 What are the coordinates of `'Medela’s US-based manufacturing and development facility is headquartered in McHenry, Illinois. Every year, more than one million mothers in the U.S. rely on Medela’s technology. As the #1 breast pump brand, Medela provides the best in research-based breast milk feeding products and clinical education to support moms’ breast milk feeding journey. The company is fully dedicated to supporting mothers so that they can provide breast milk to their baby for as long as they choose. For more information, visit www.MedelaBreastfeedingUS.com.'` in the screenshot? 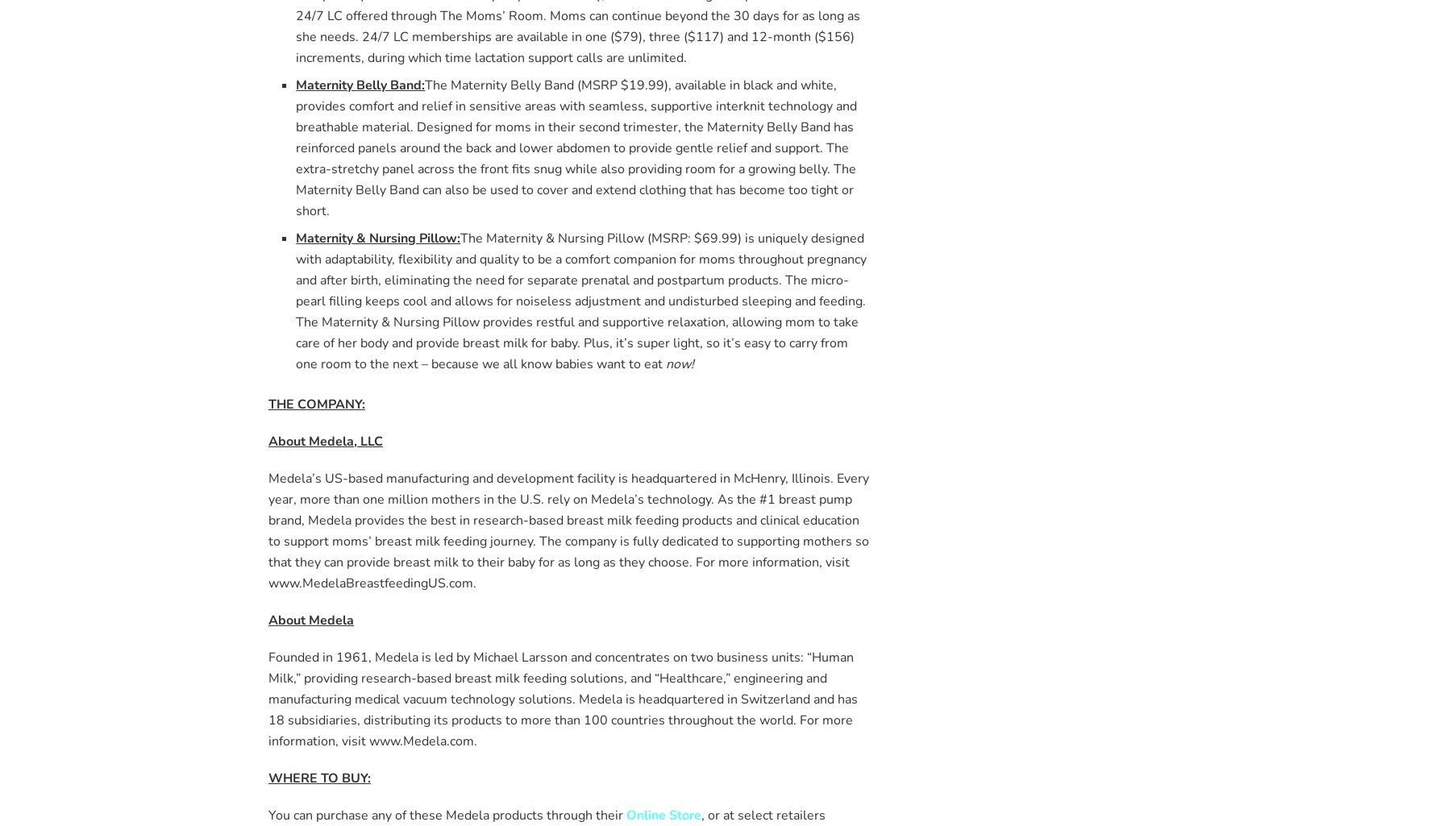 It's located at (568, 530).